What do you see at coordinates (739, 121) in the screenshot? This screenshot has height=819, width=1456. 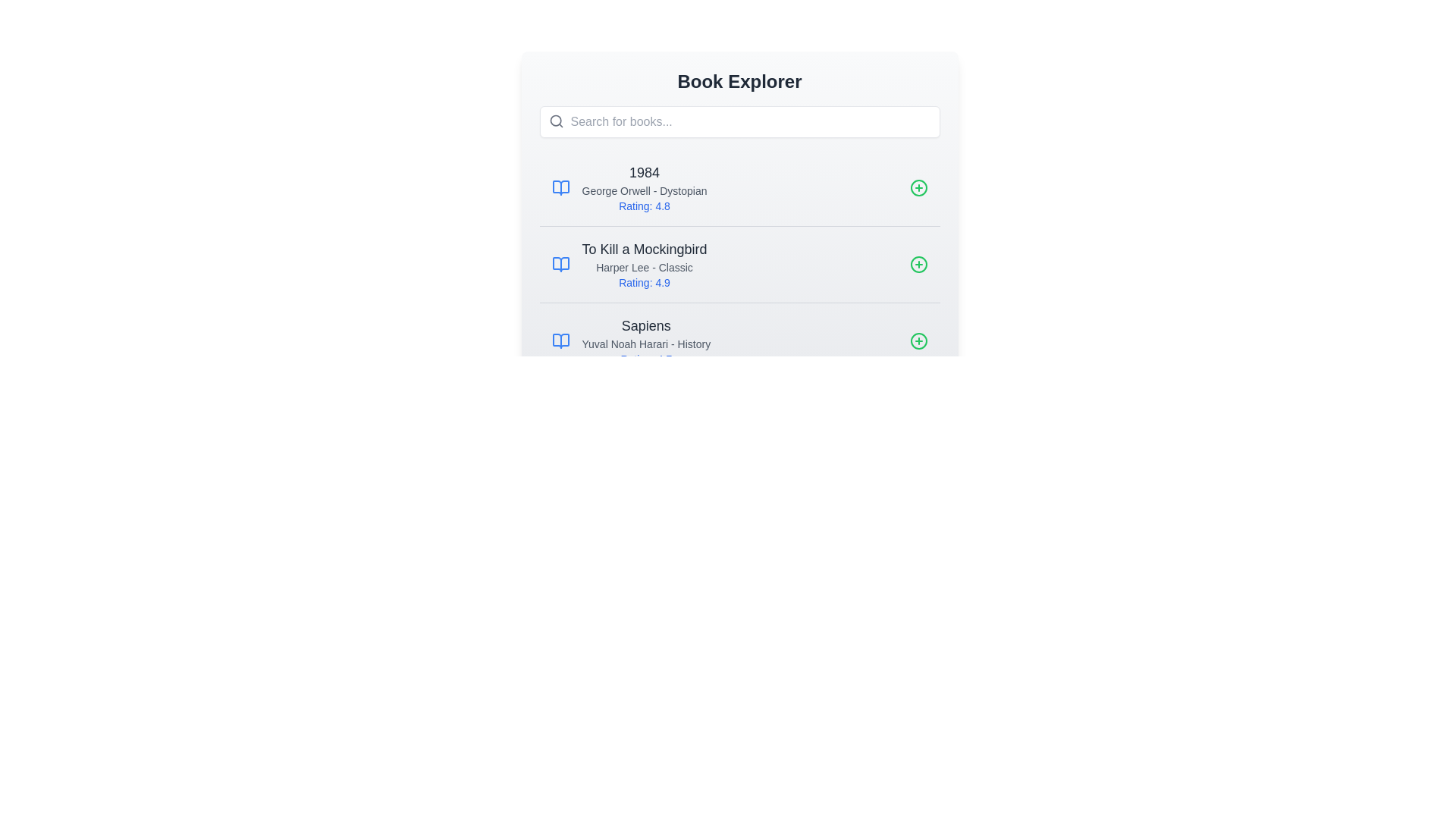 I see `and copy the placeholder text 'Search for books...' from the search input field located at the top of the 'Book Explorer' section` at bounding box center [739, 121].